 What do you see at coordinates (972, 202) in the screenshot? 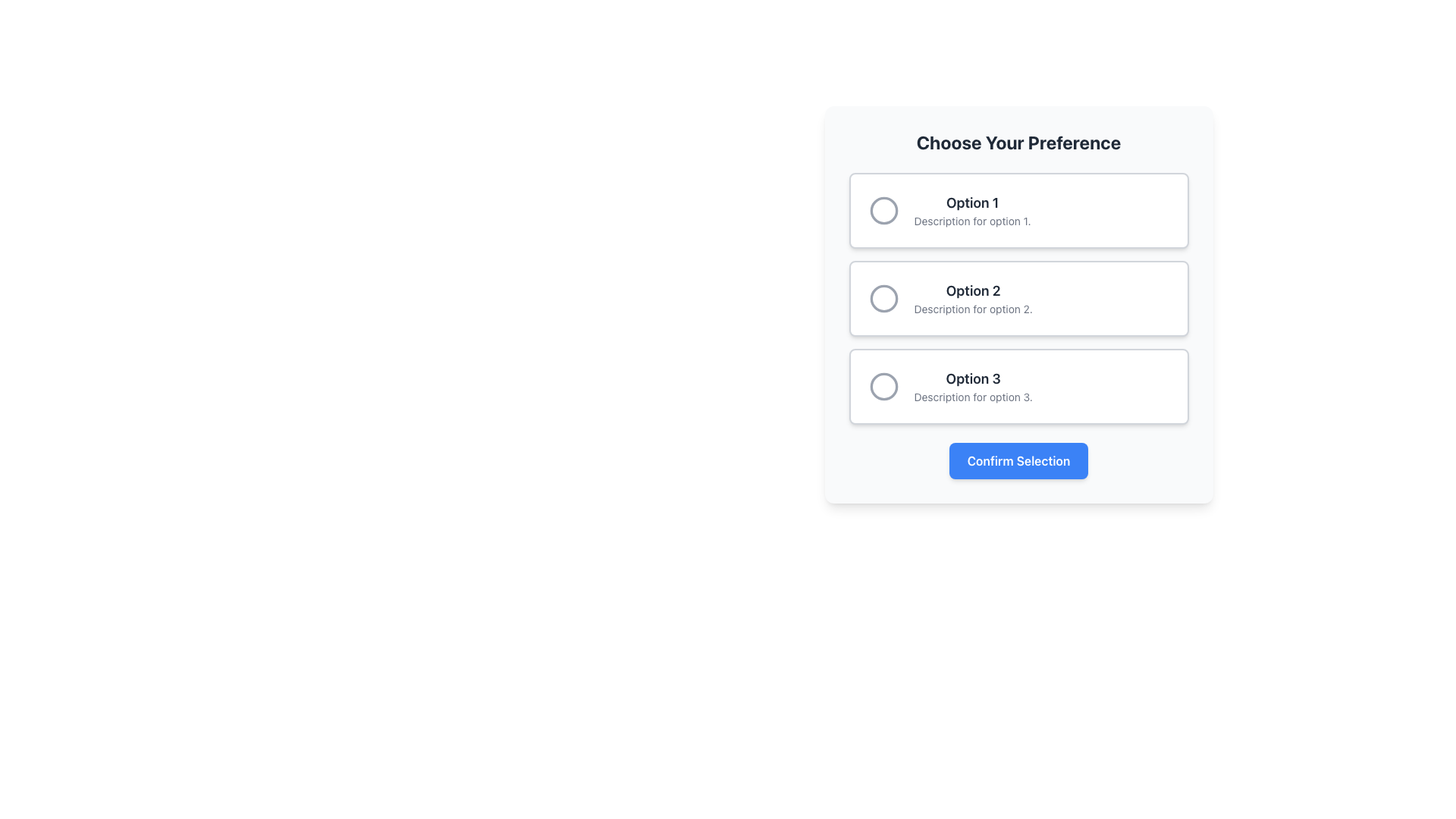
I see `the text label displaying 'Option 1' which is a large, bold, dark gray font located in the topmost card of a vertically stacked list of options` at bounding box center [972, 202].